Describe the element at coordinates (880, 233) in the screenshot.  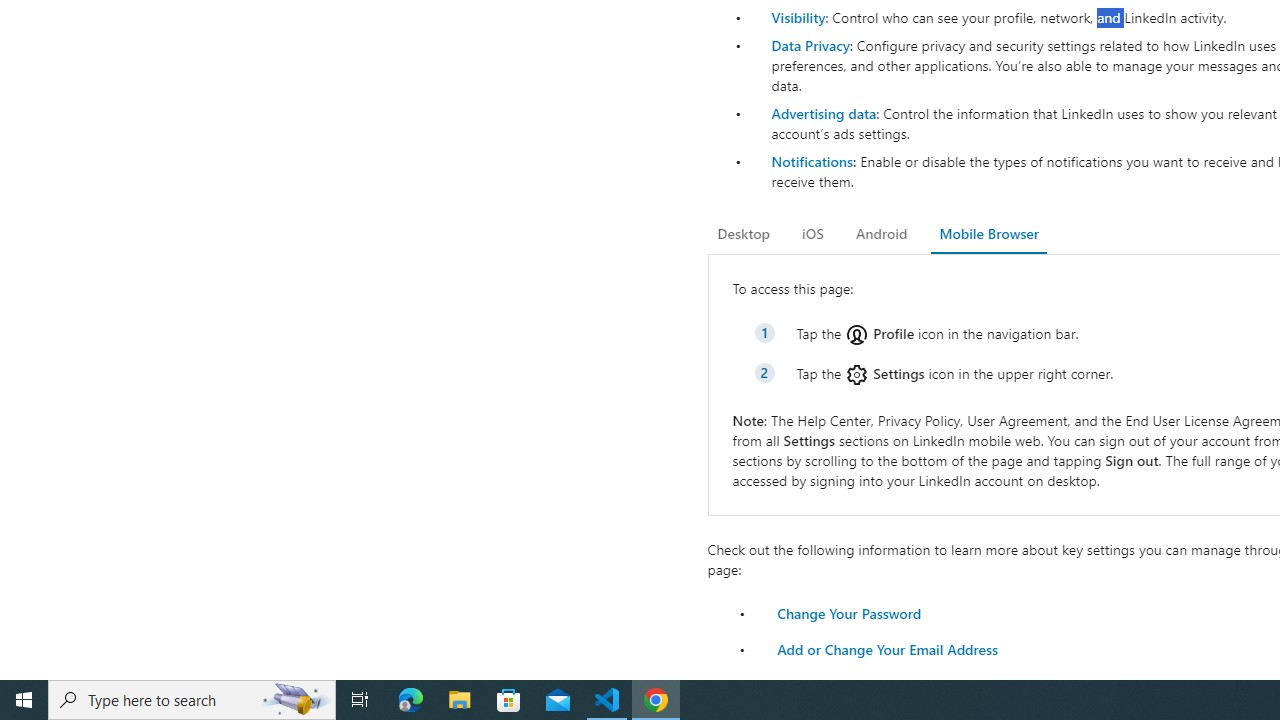
I see `'Android'` at that location.